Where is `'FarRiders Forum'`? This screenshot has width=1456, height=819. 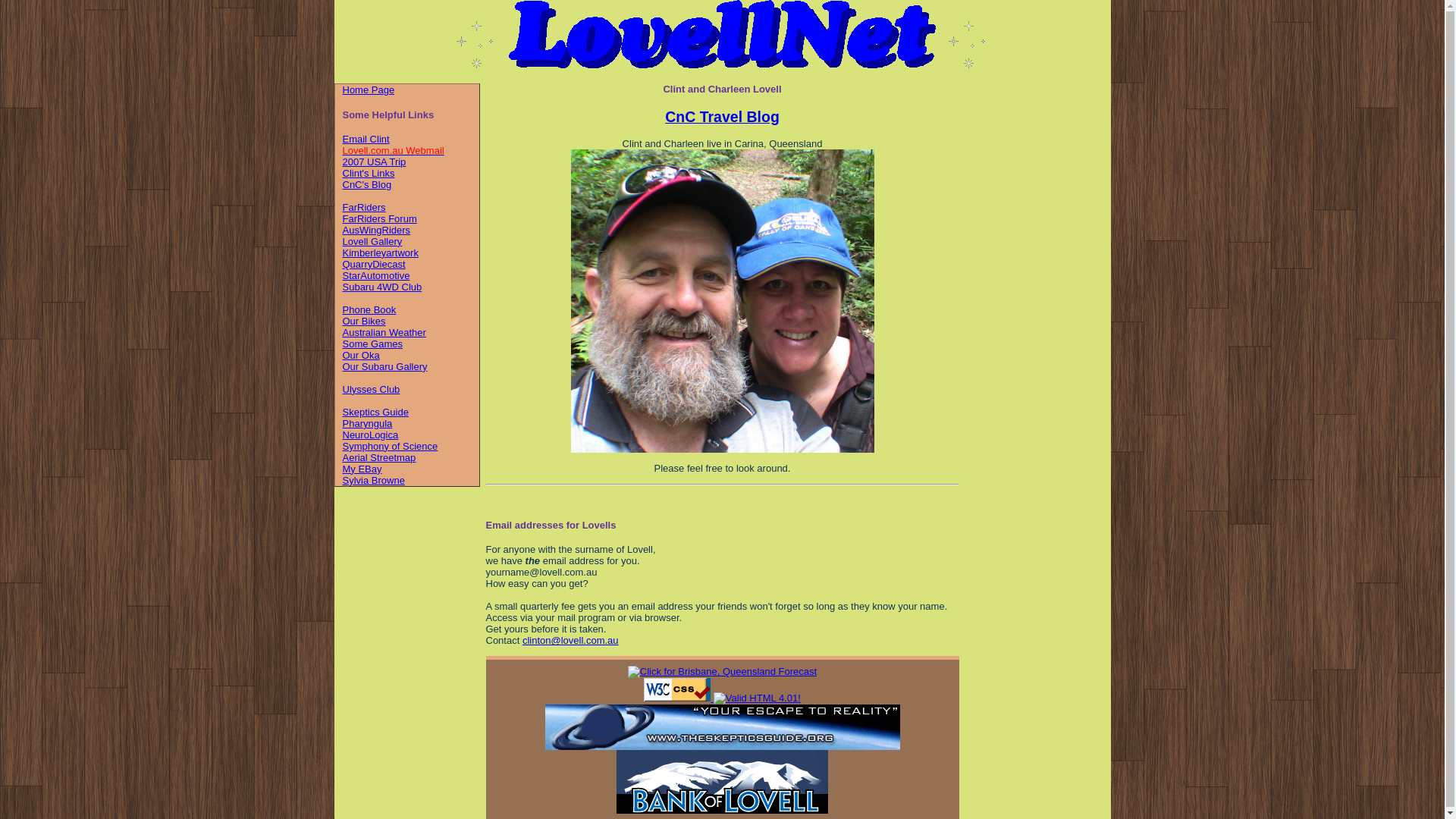
'FarRiders Forum' is located at coordinates (379, 218).